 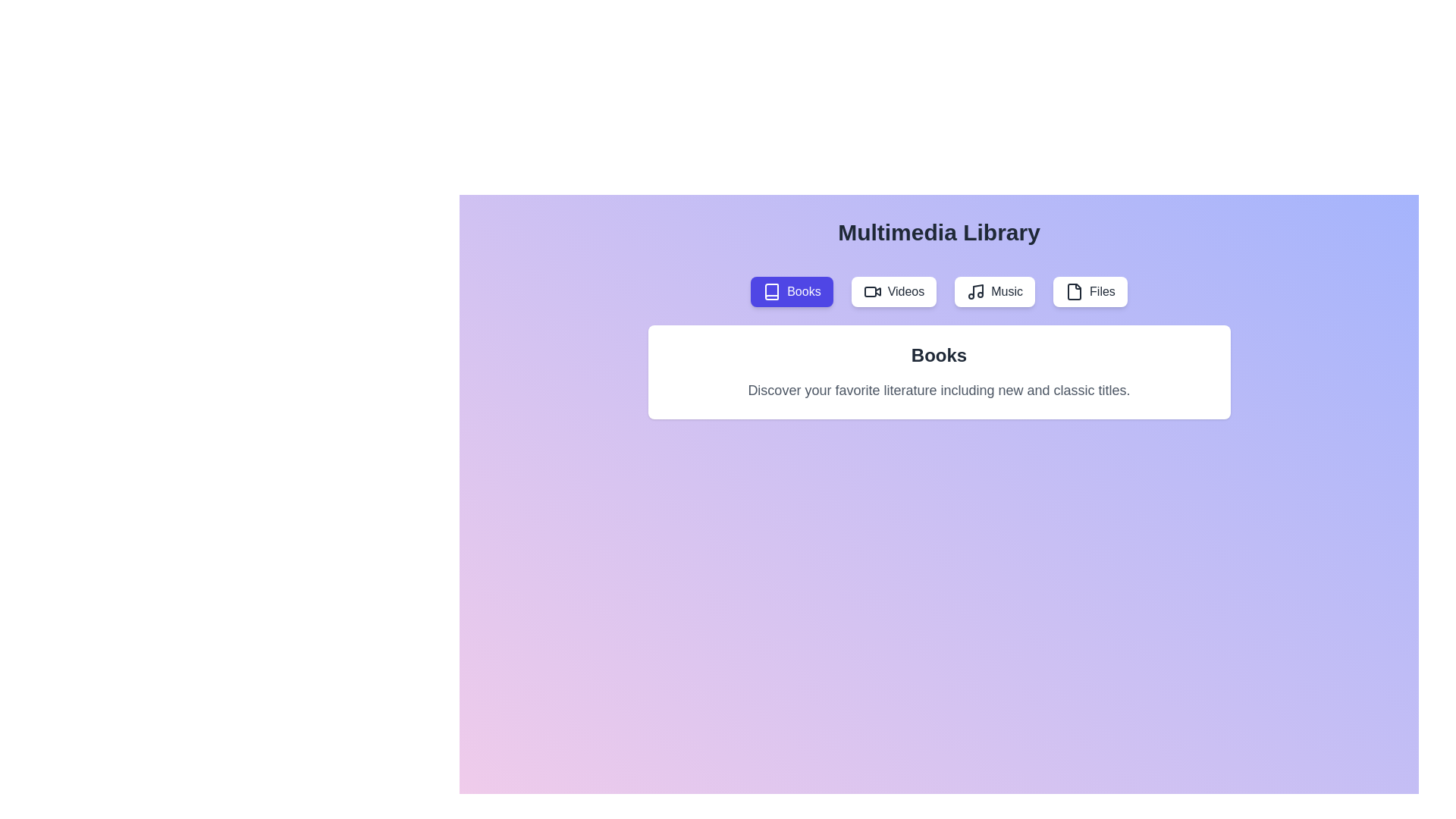 What do you see at coordinates (791, 292) in the screenshot?
I see `the Books tab by clicking on its button` at bounding box center [791, 292].